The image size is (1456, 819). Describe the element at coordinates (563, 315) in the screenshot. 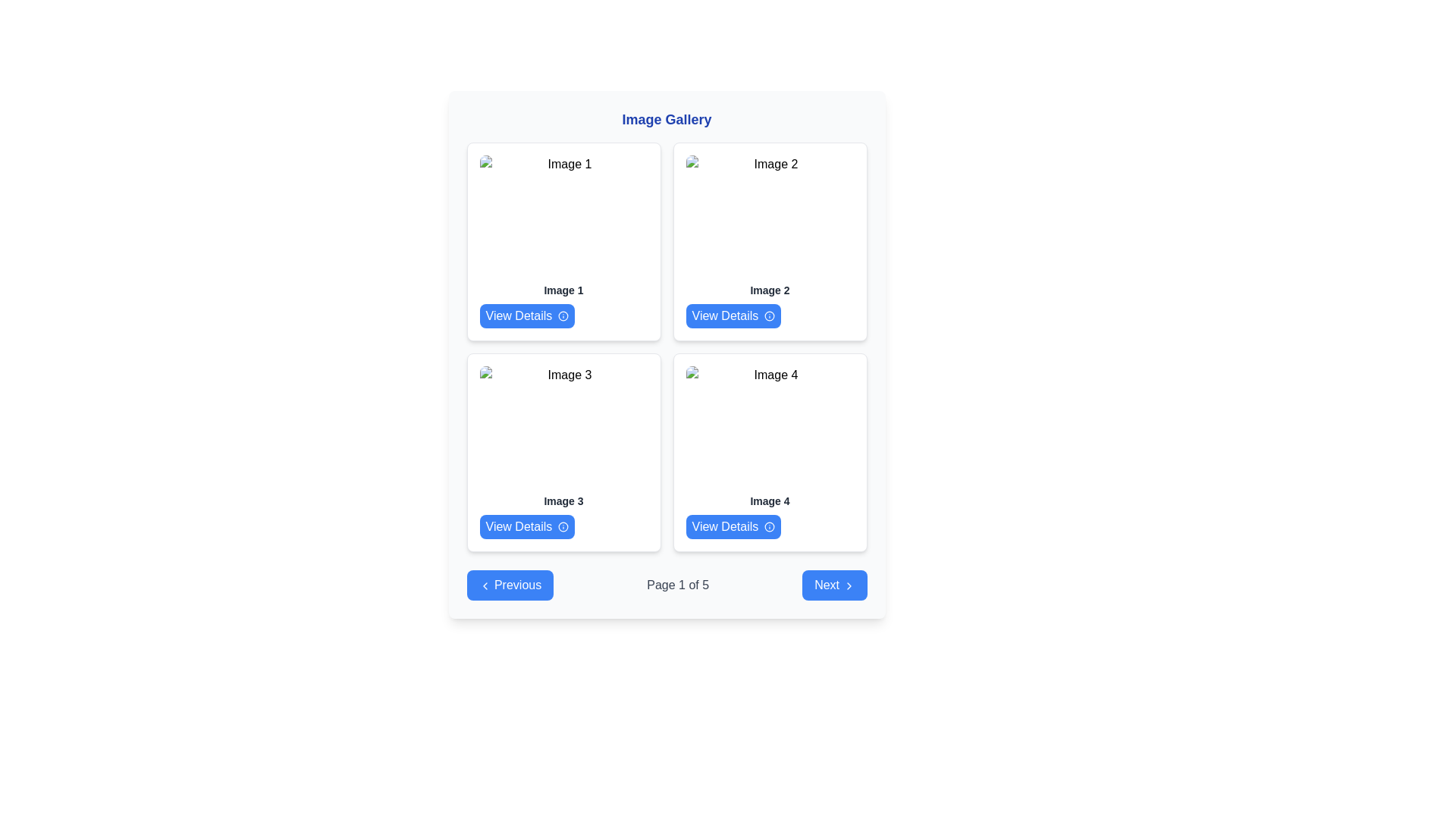

I see `the decorative circle within the 'View Details' button in the first image card of the 2x2 grid of images` at that location.